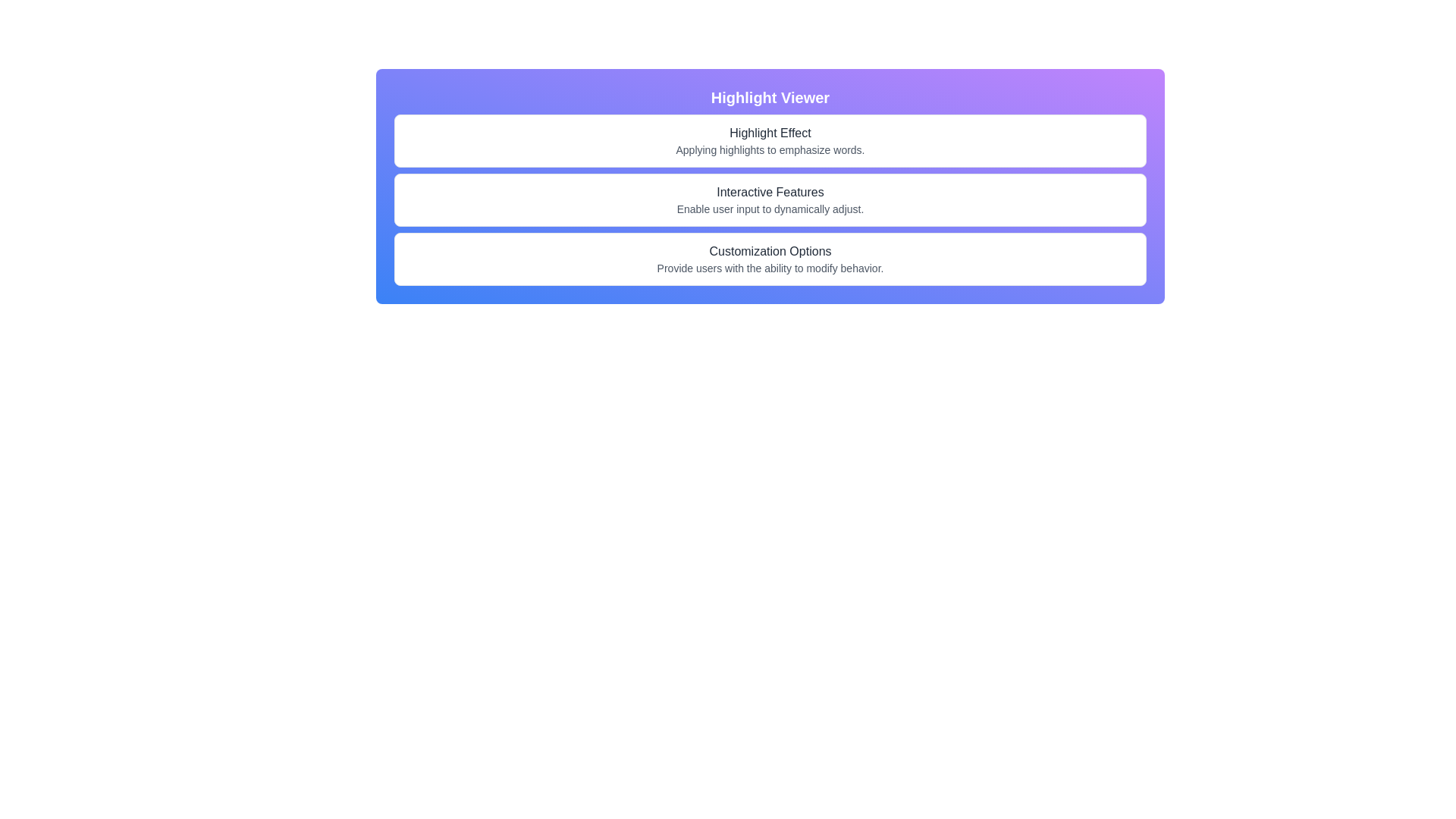 The height and width of the screenshot is (819, 1456). What do you see at coordinates (733, 191) in the screenshot?
I see `the fourth character of the word 'Interactive' in the sentence 'Interactive Features'` at bounding box center [733, 191].